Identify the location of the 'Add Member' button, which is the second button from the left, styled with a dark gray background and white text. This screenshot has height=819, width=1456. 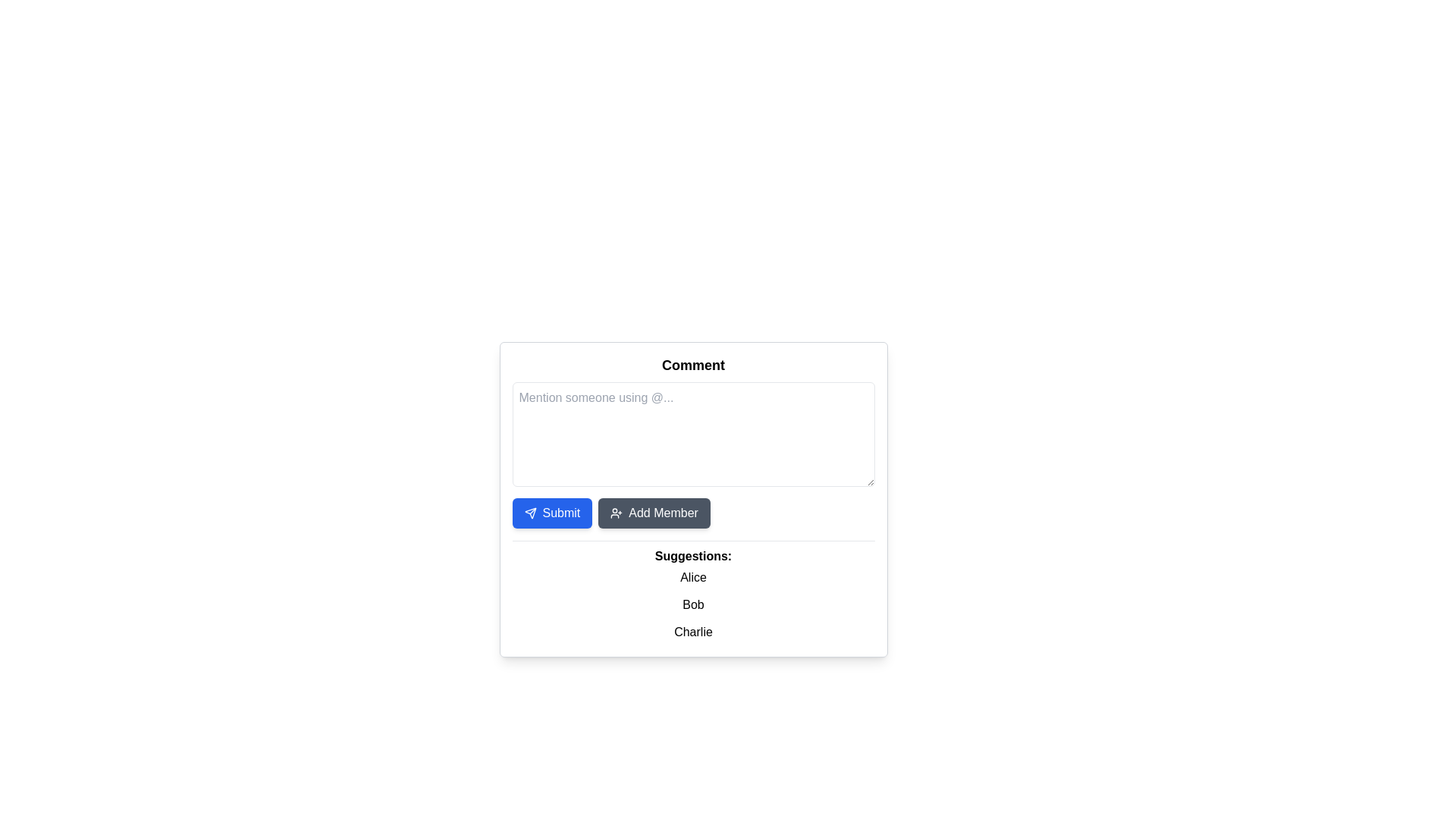
(654, 513).